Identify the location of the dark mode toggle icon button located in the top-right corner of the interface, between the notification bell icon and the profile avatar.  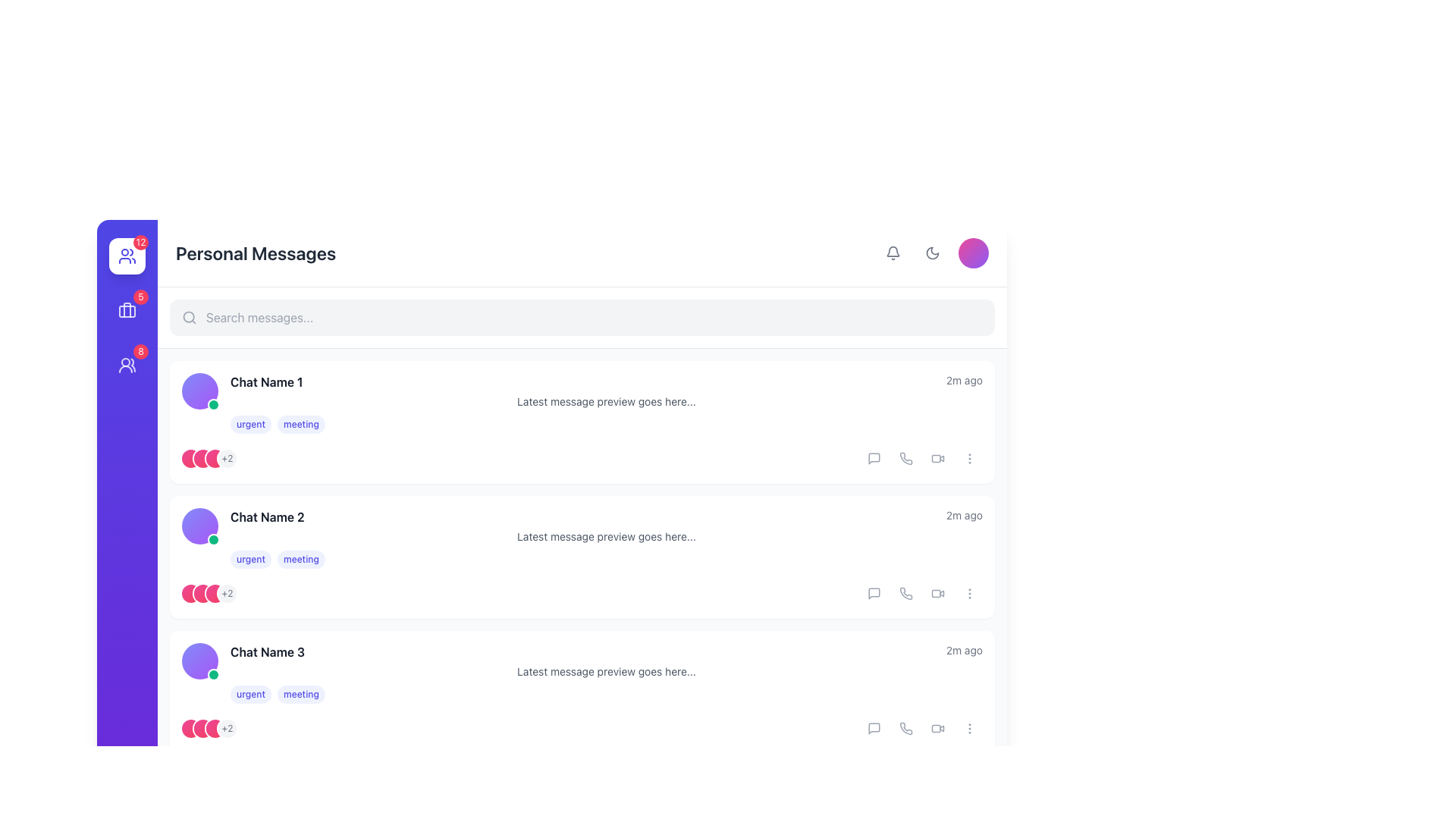
(931, 253).